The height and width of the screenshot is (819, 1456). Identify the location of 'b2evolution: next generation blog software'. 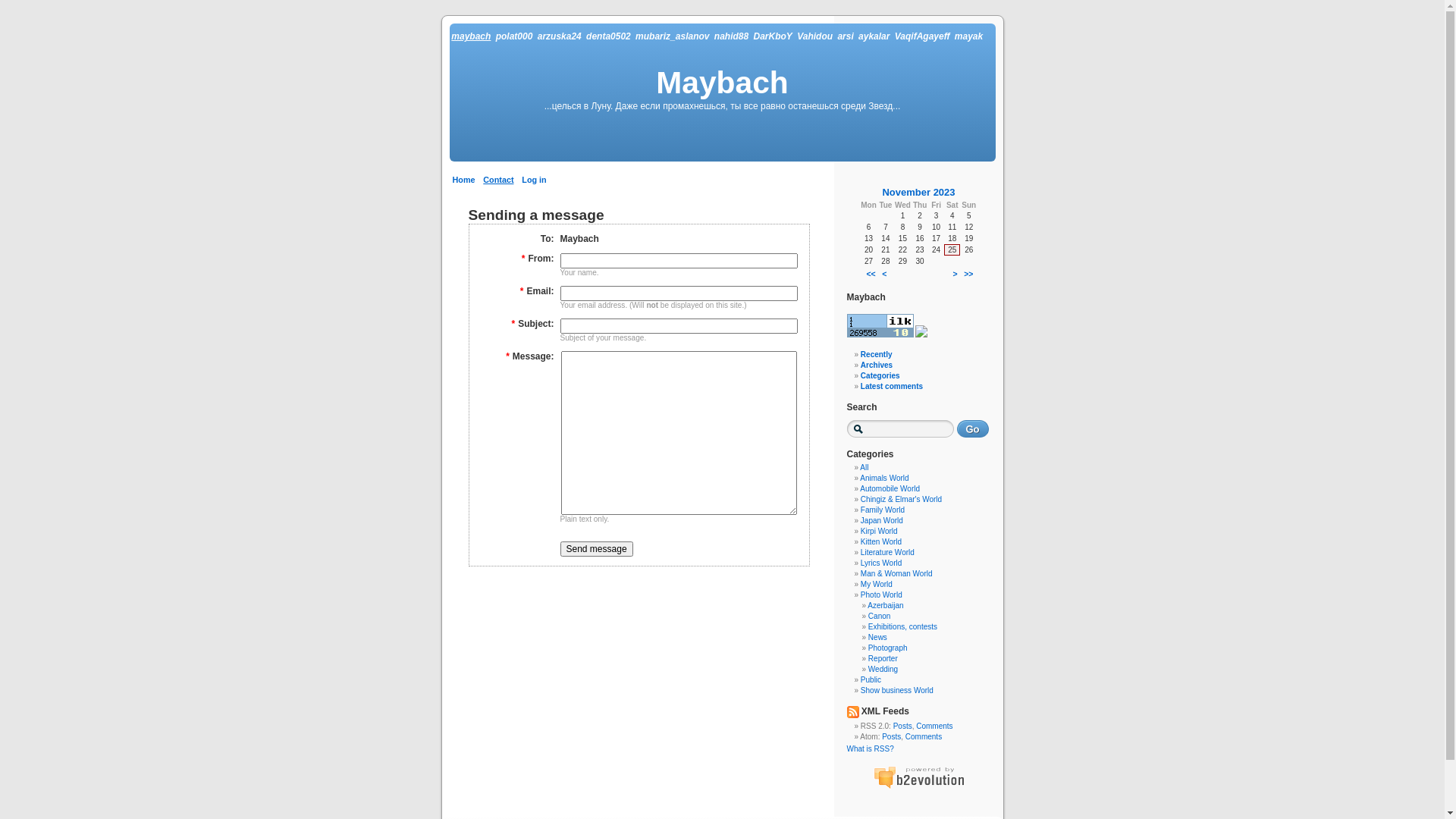
(918, 786).